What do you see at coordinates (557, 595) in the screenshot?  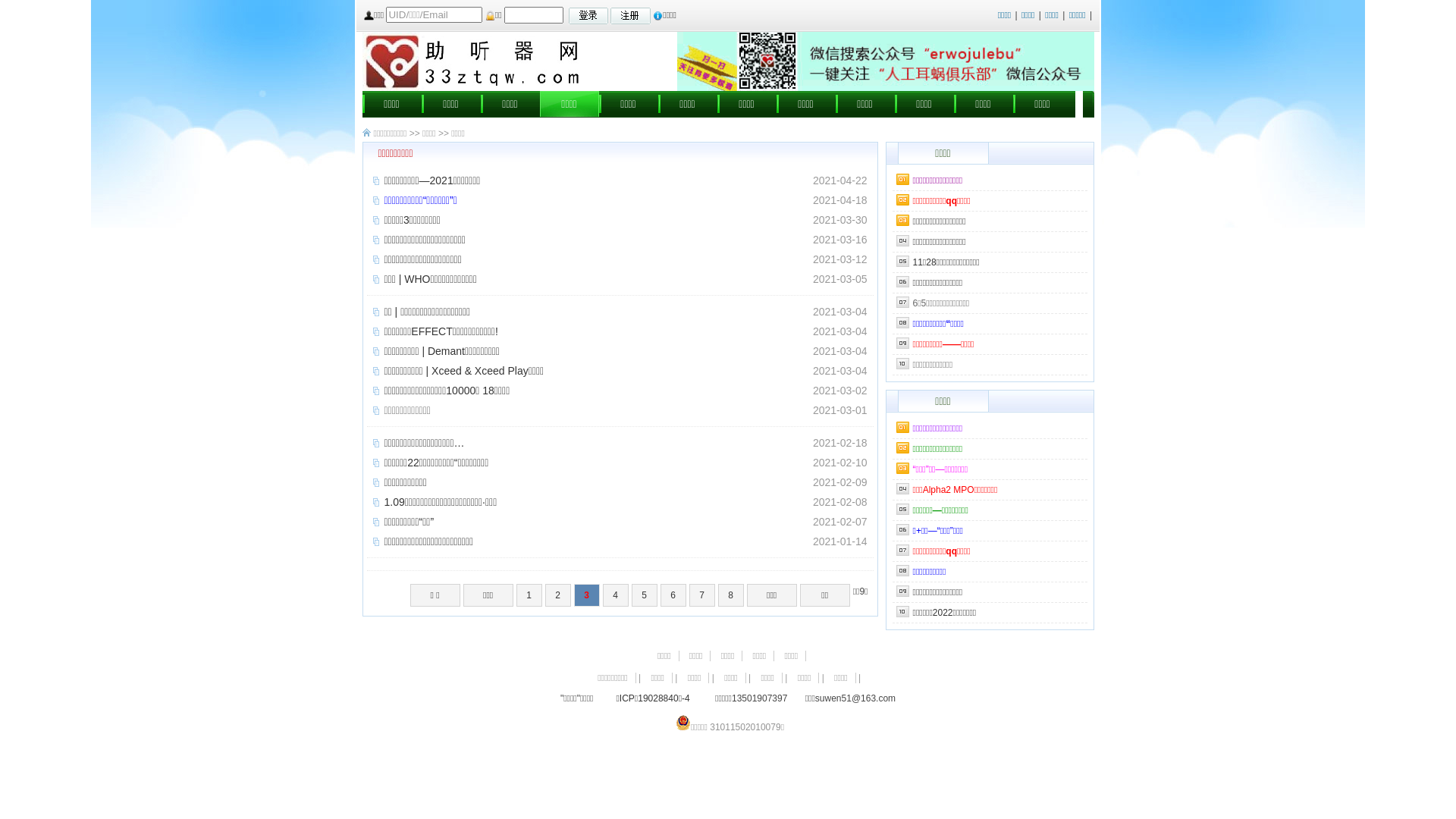 I see `'2'` at bounding box center [557, 595].